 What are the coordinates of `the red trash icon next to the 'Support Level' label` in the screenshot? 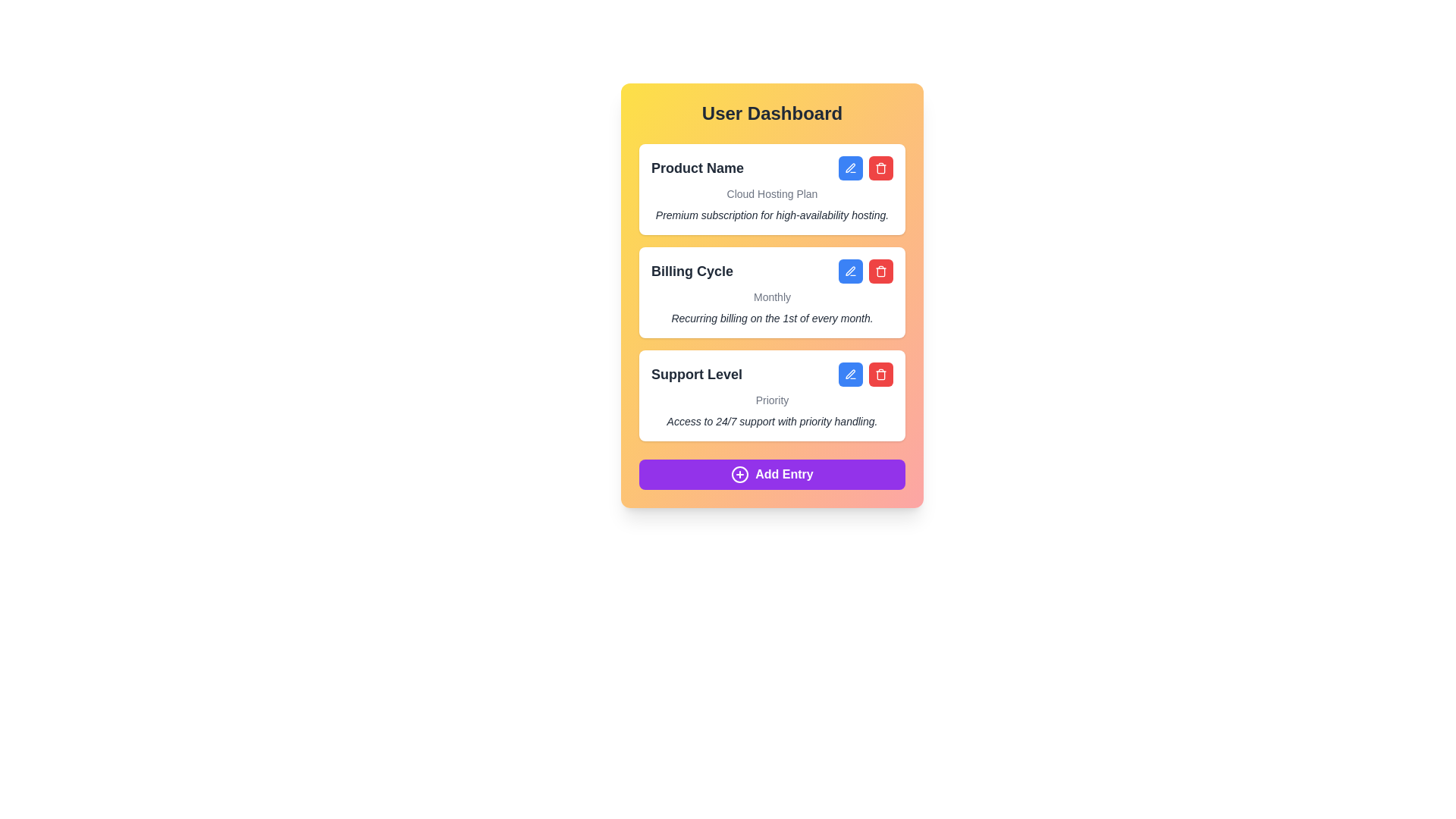 It's located at (772, 374).